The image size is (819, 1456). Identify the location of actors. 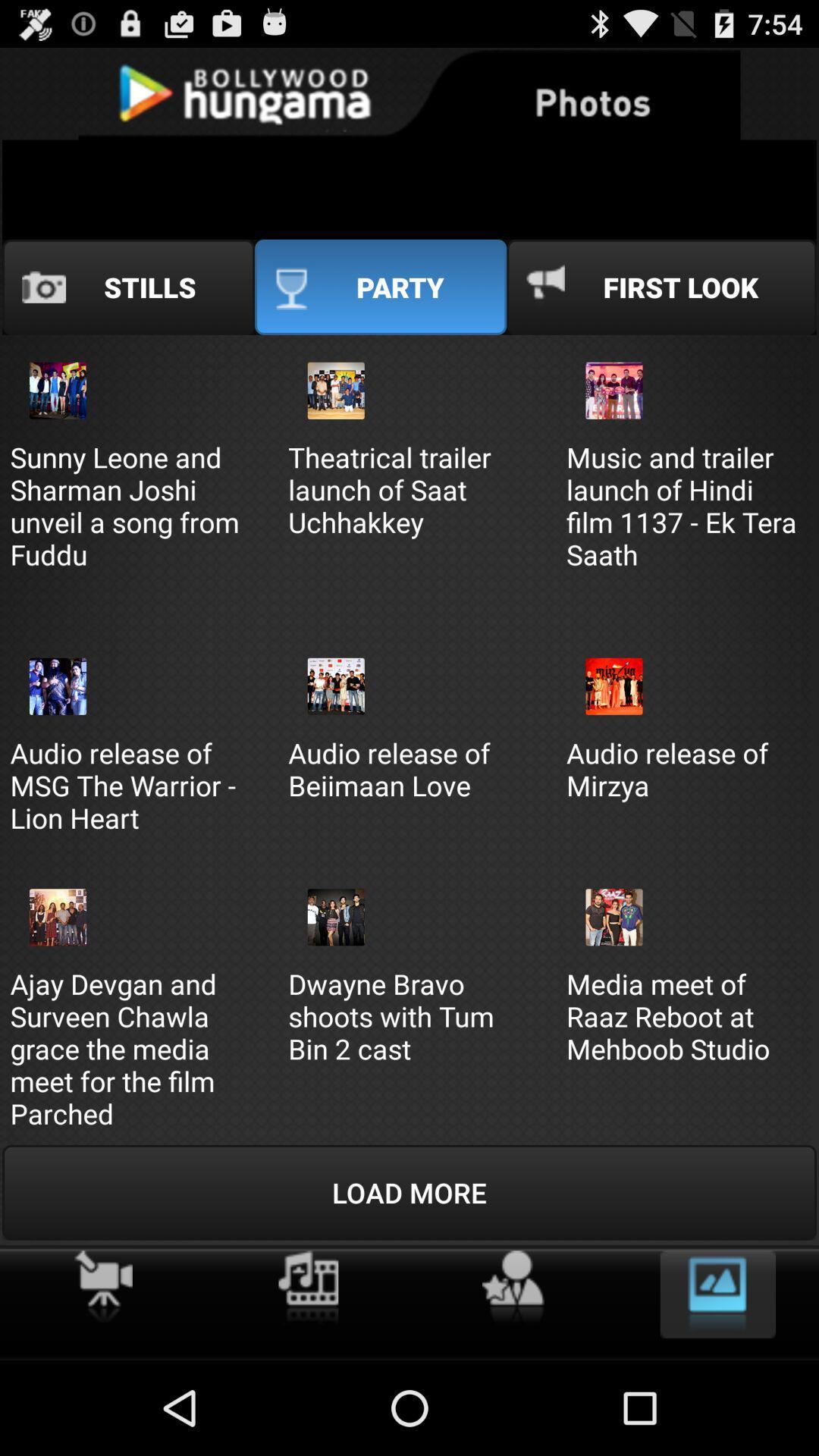
(512, 1287).